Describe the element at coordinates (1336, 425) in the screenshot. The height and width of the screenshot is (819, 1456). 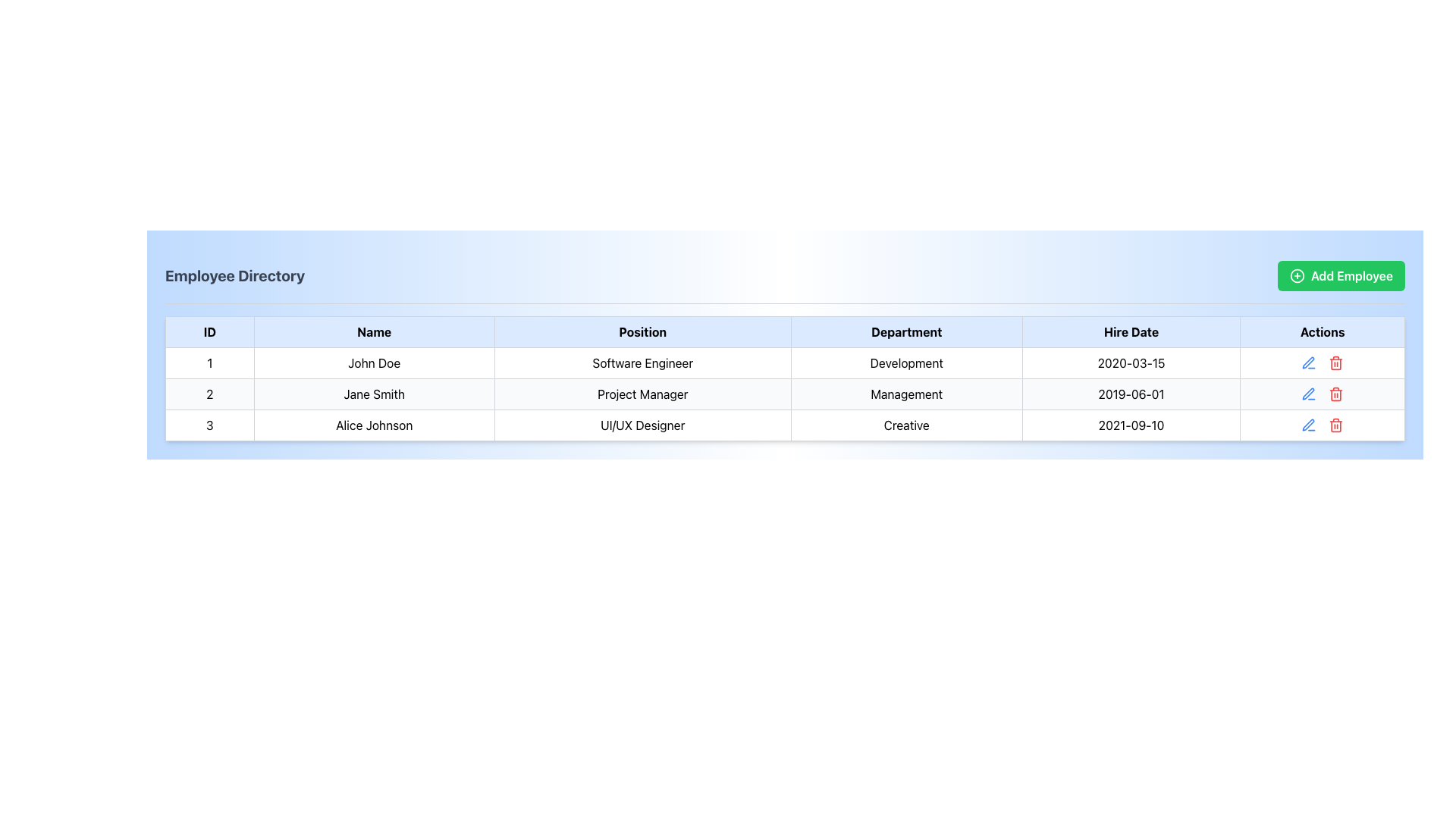
I see `the red trash can icon button located in the last row of the actions column` at that location.